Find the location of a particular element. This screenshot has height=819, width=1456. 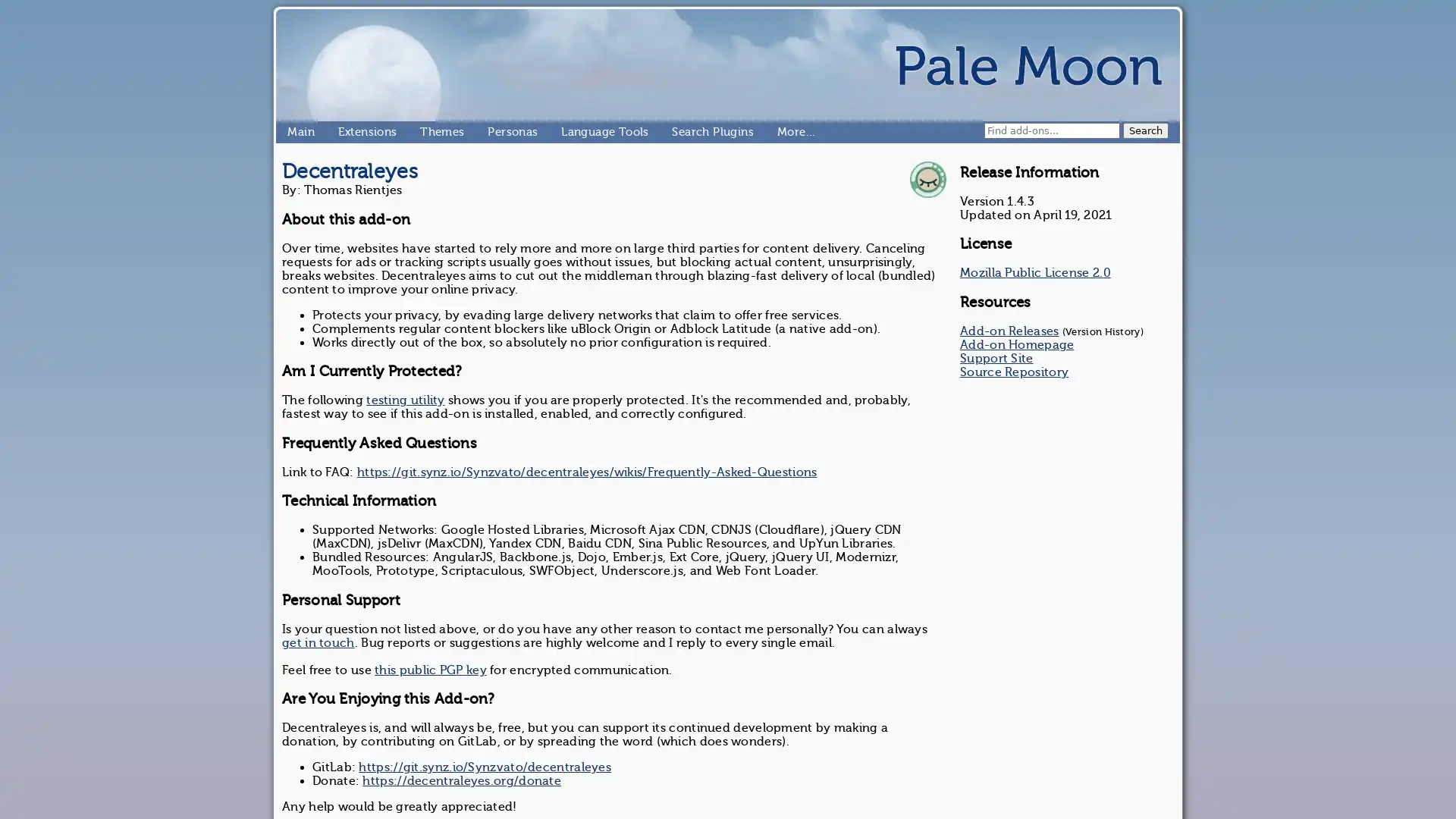

Search is located at coordinates (1146, 130).